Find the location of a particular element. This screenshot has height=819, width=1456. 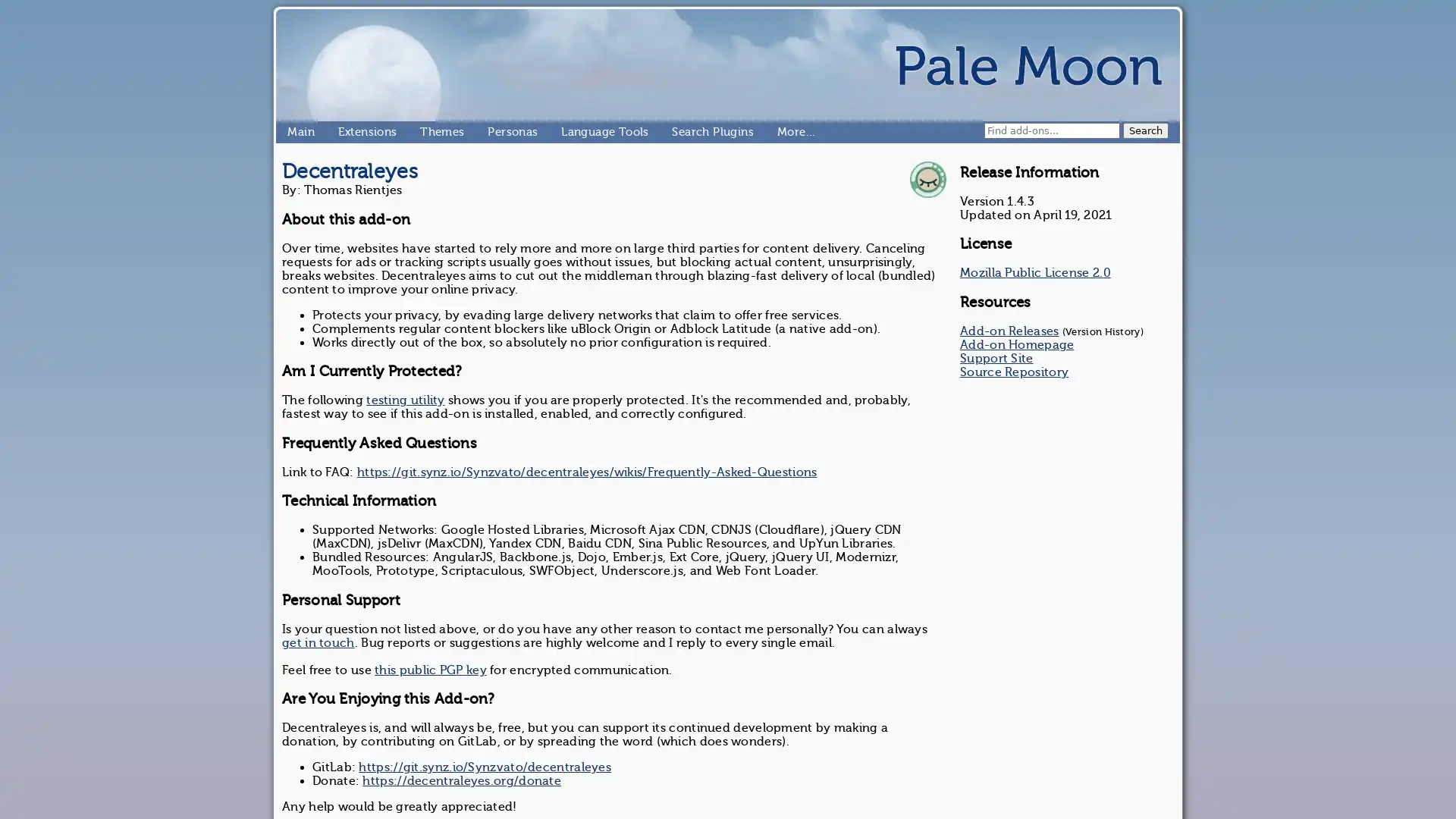

Search is located at coordinates (1146, 130).